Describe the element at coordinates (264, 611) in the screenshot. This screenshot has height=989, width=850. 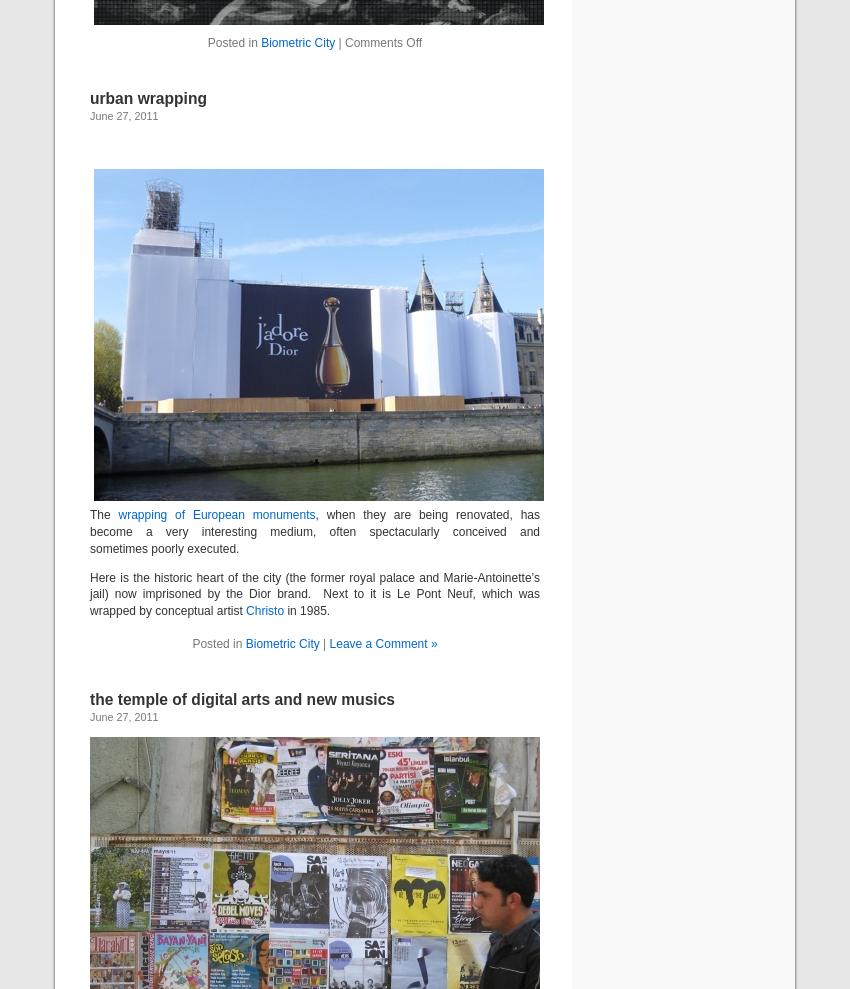
I see `'Christo'` at that location.